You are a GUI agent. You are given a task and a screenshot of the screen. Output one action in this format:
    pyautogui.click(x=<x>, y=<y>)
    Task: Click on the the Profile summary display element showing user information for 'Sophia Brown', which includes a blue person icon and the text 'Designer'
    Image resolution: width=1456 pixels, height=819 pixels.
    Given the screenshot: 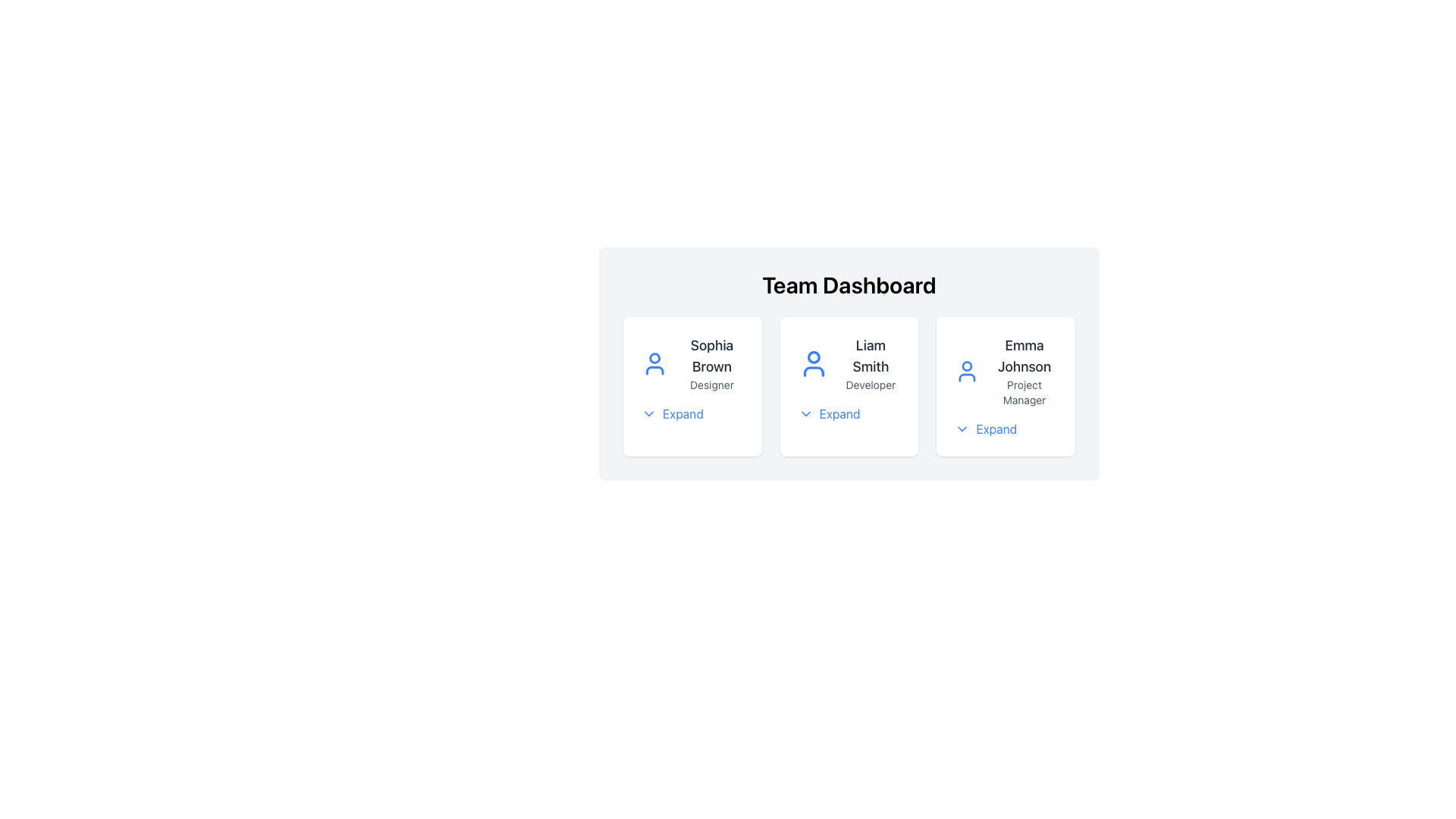 What is the action you would take?
    pyautogui.click(x=692, y=363)
    